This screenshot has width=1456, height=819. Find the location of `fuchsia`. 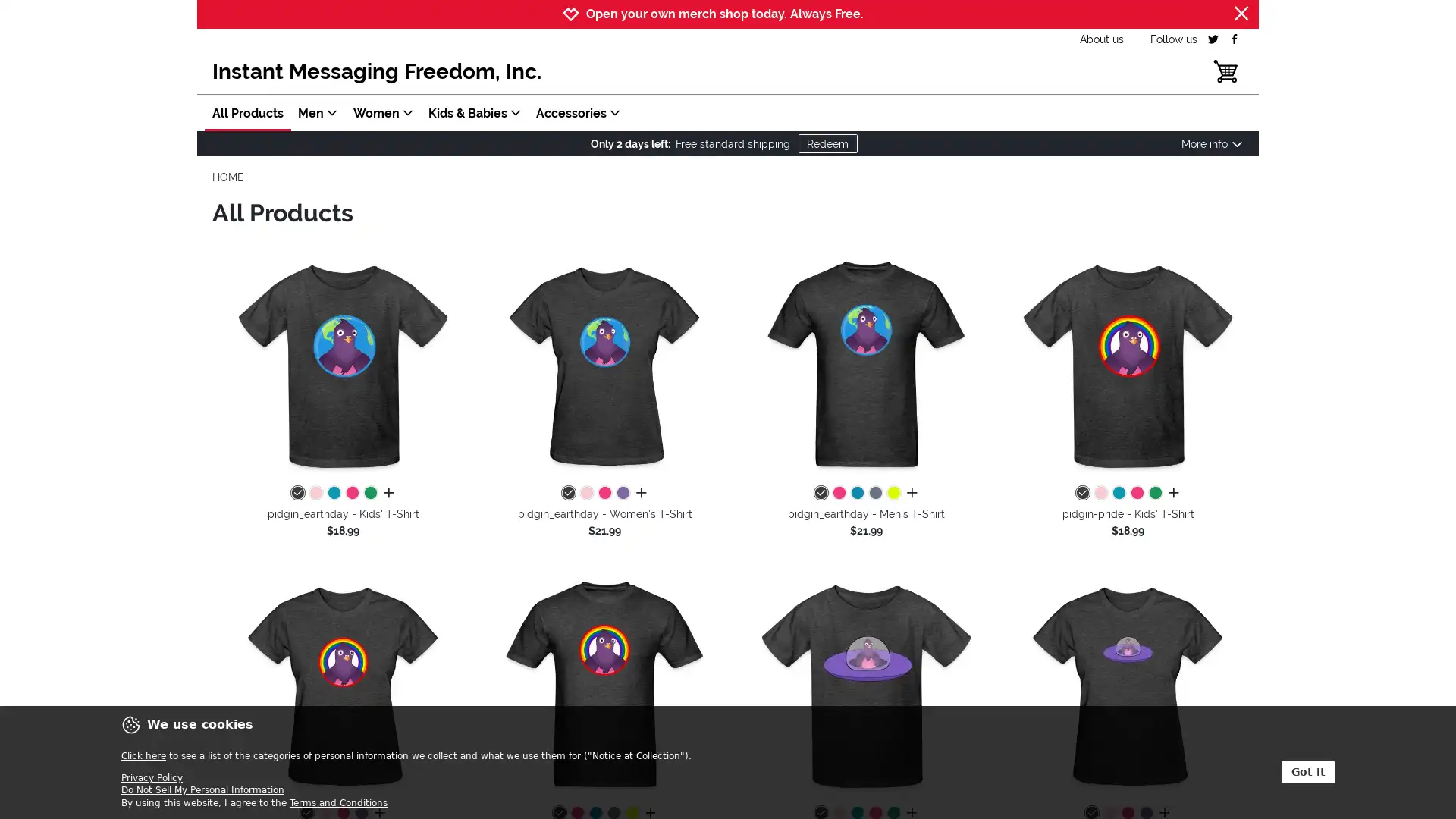

fuchsia is located at coordinates (603, 494).